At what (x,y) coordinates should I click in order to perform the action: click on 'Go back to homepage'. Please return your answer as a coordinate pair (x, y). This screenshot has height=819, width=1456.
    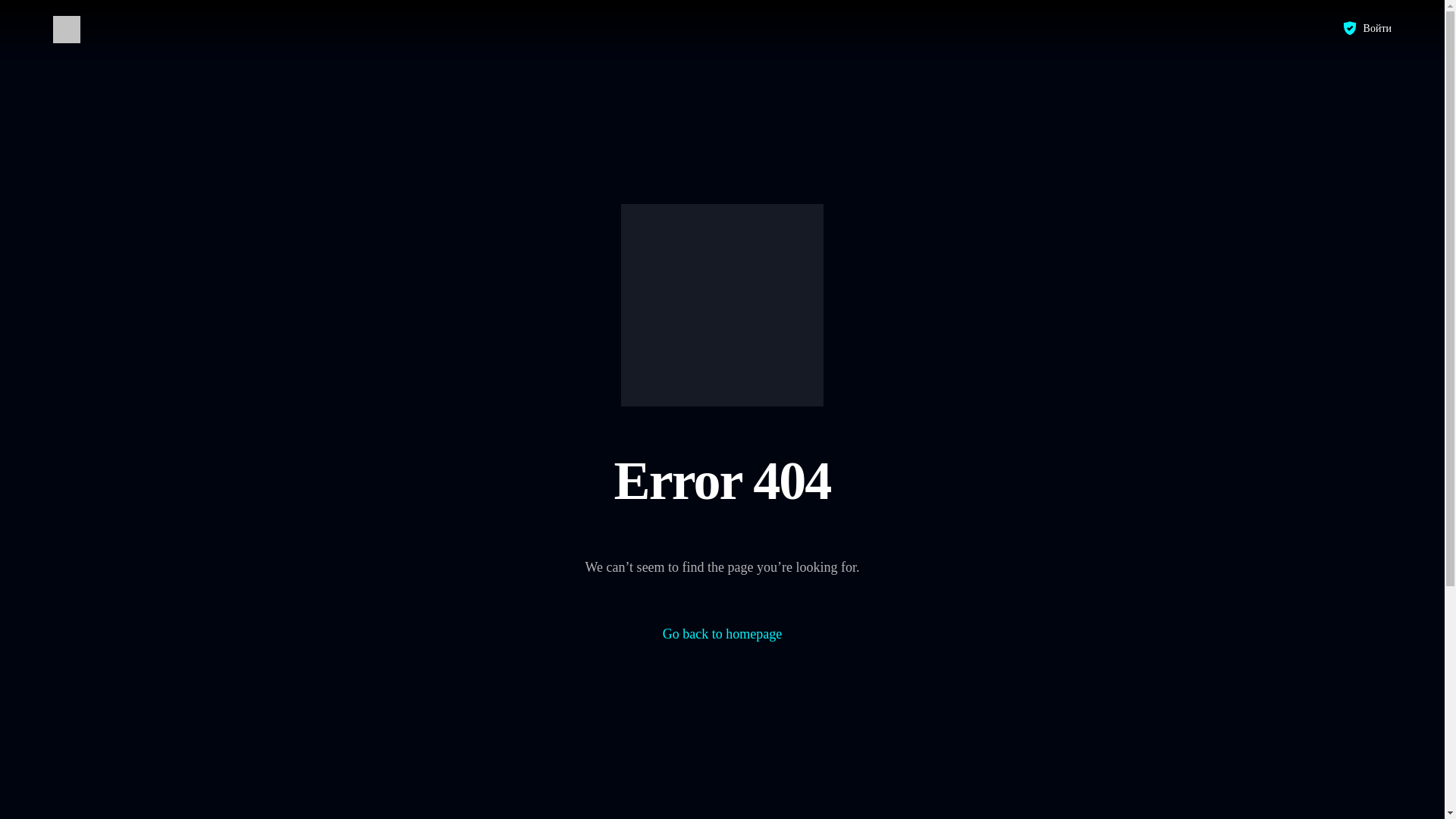
    Looking at the image, I should click on (662, 634).